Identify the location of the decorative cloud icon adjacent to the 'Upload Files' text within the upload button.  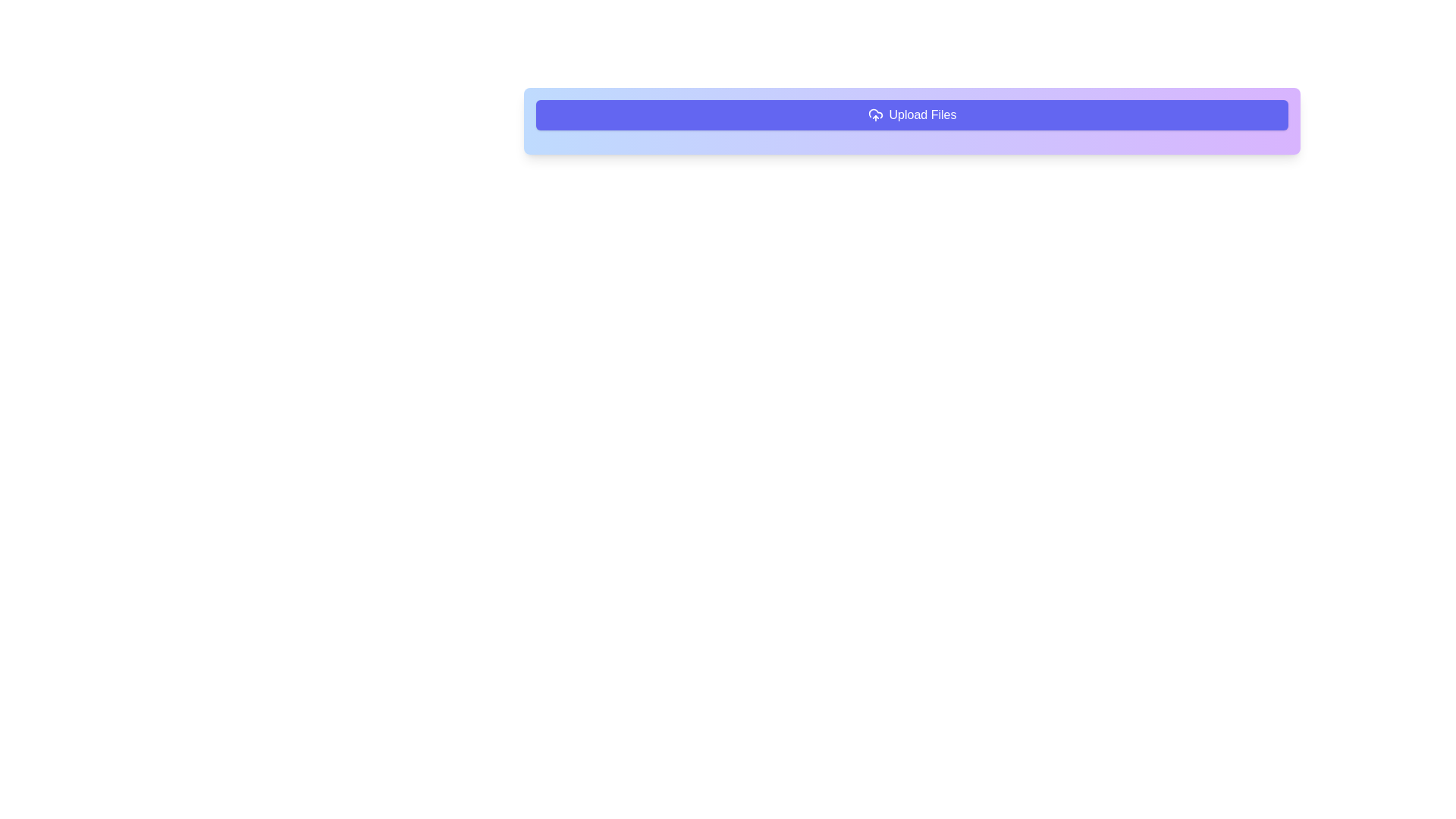
(875, 113).